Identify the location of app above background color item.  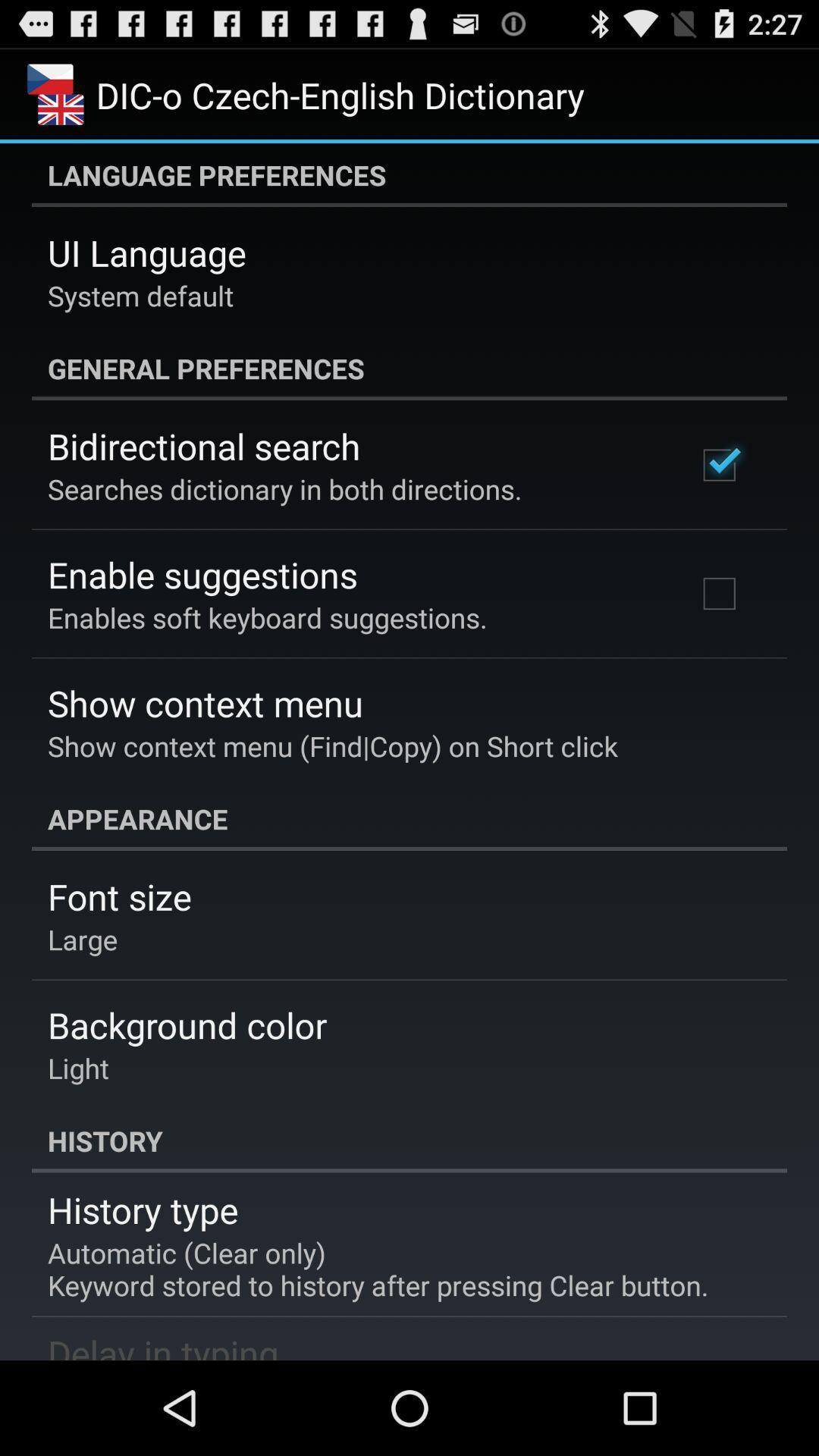
(83, 938).